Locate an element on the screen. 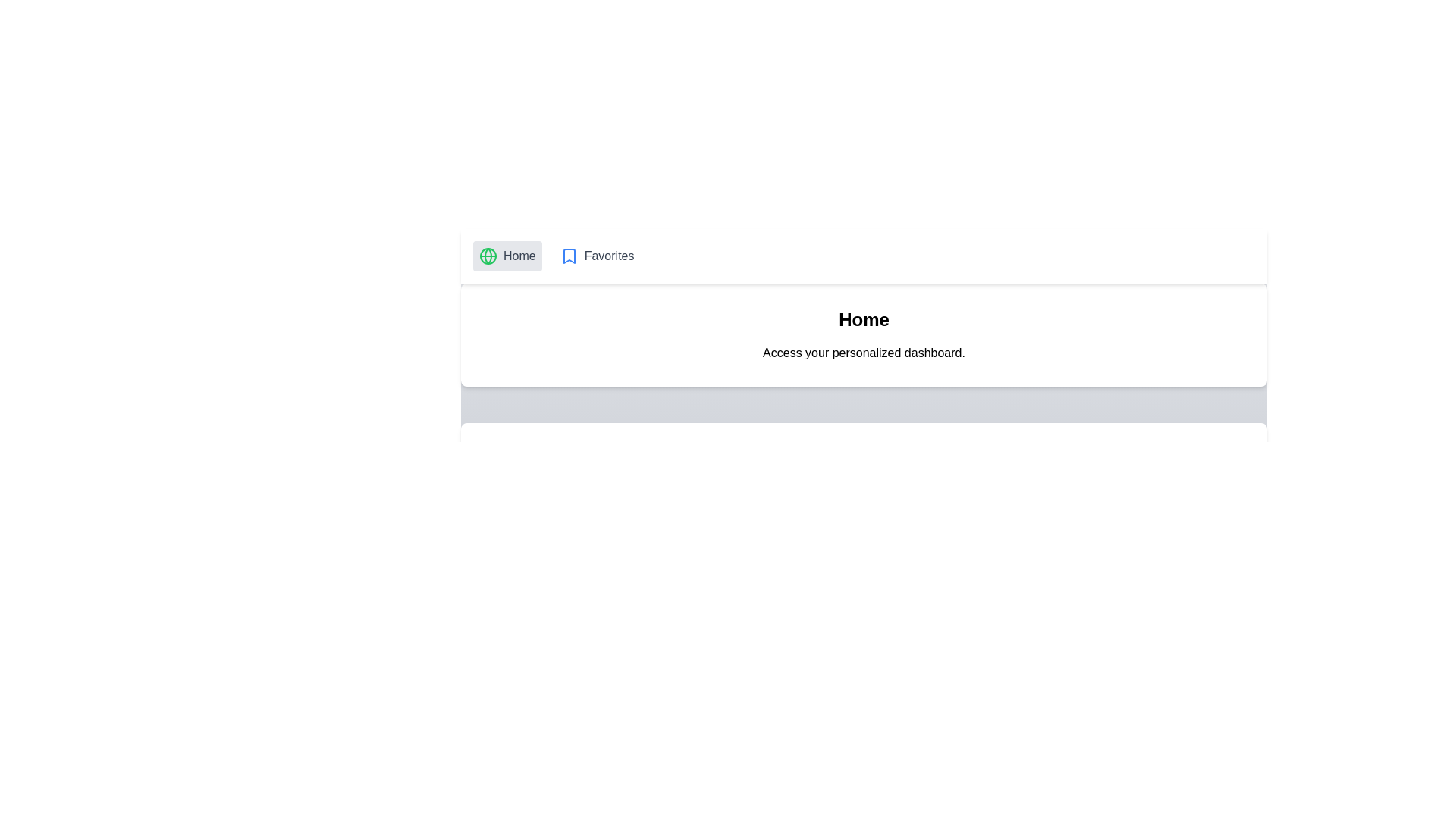  the 'Home' hyperlink located in the top navigation bar, positioned to the left of 'Favorites' and to the right of the globe-shaped icon is located at coordinates (519, 256).